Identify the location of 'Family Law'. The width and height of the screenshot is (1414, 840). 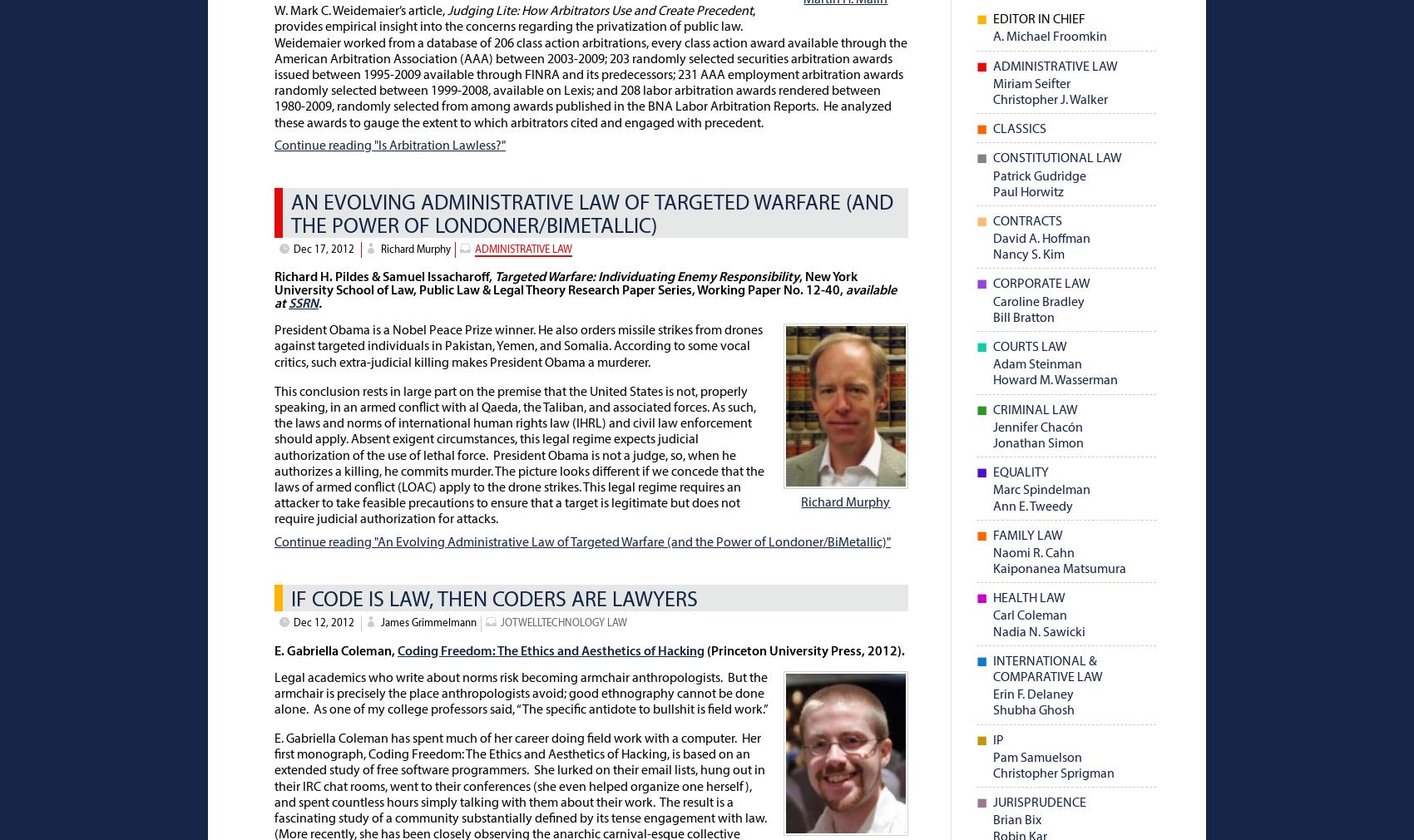
(1027, 534).